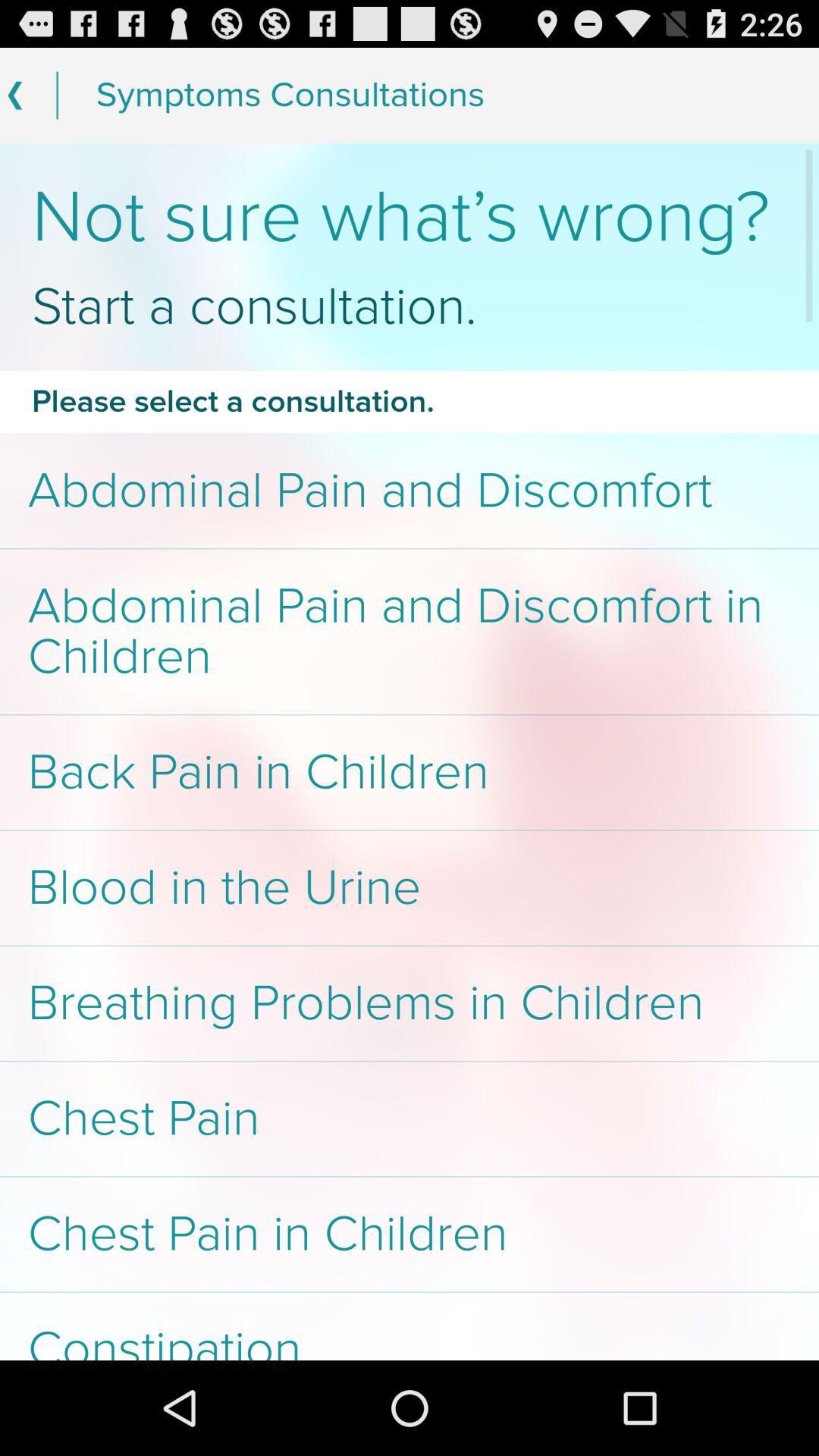 This screenshot has height=1456, width=819. Describe the element at coordinates (409, 888) in the screenshot. I see `app above breathing problems in item` at that location.